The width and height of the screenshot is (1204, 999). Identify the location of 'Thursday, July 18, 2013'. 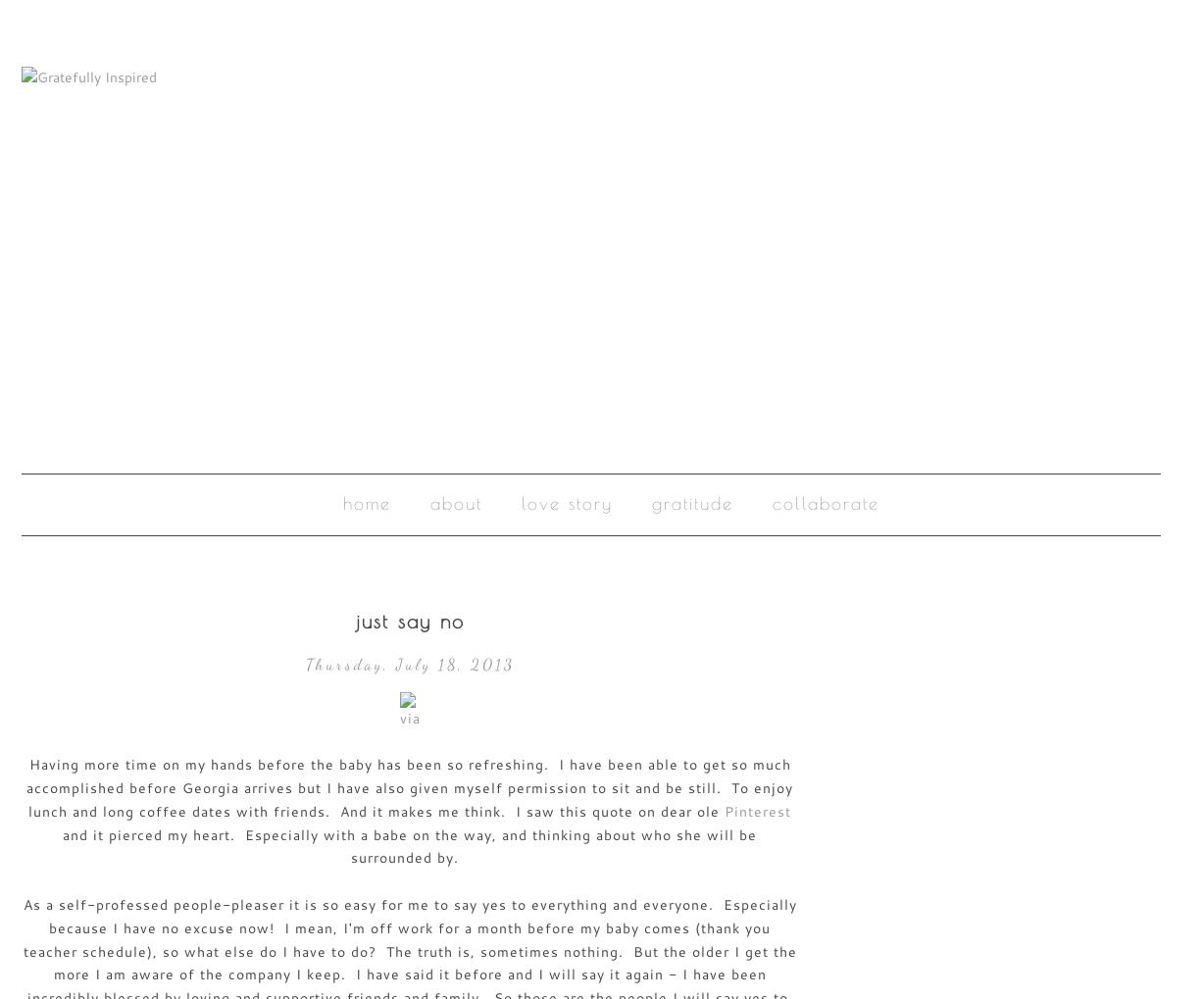
(409, 662).